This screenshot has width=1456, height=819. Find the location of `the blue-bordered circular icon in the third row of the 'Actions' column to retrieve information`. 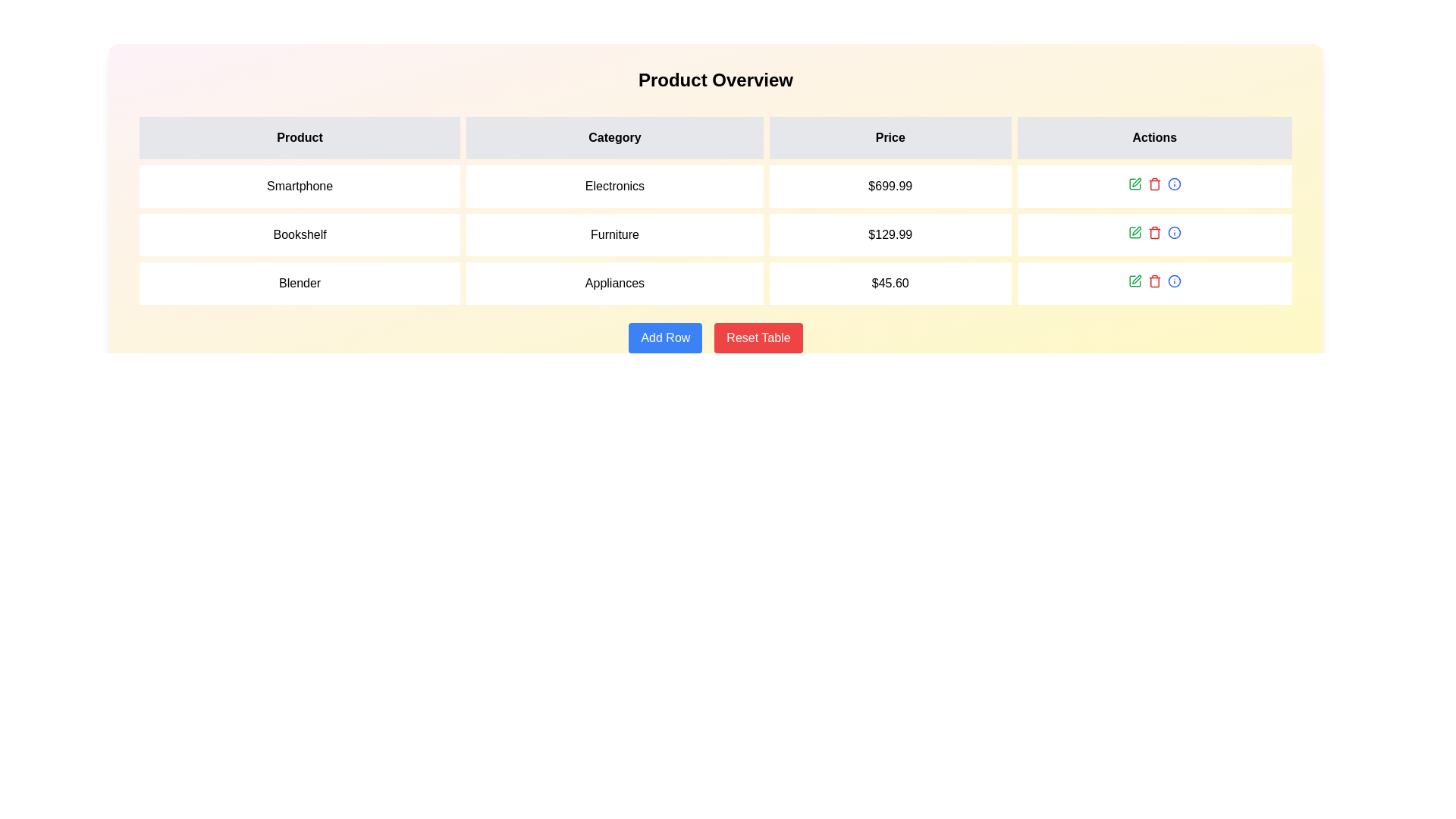

the blue-bordered circular icon in the third row of the 'Actions' column to retrieve information is located at coordinates (1173, 184).